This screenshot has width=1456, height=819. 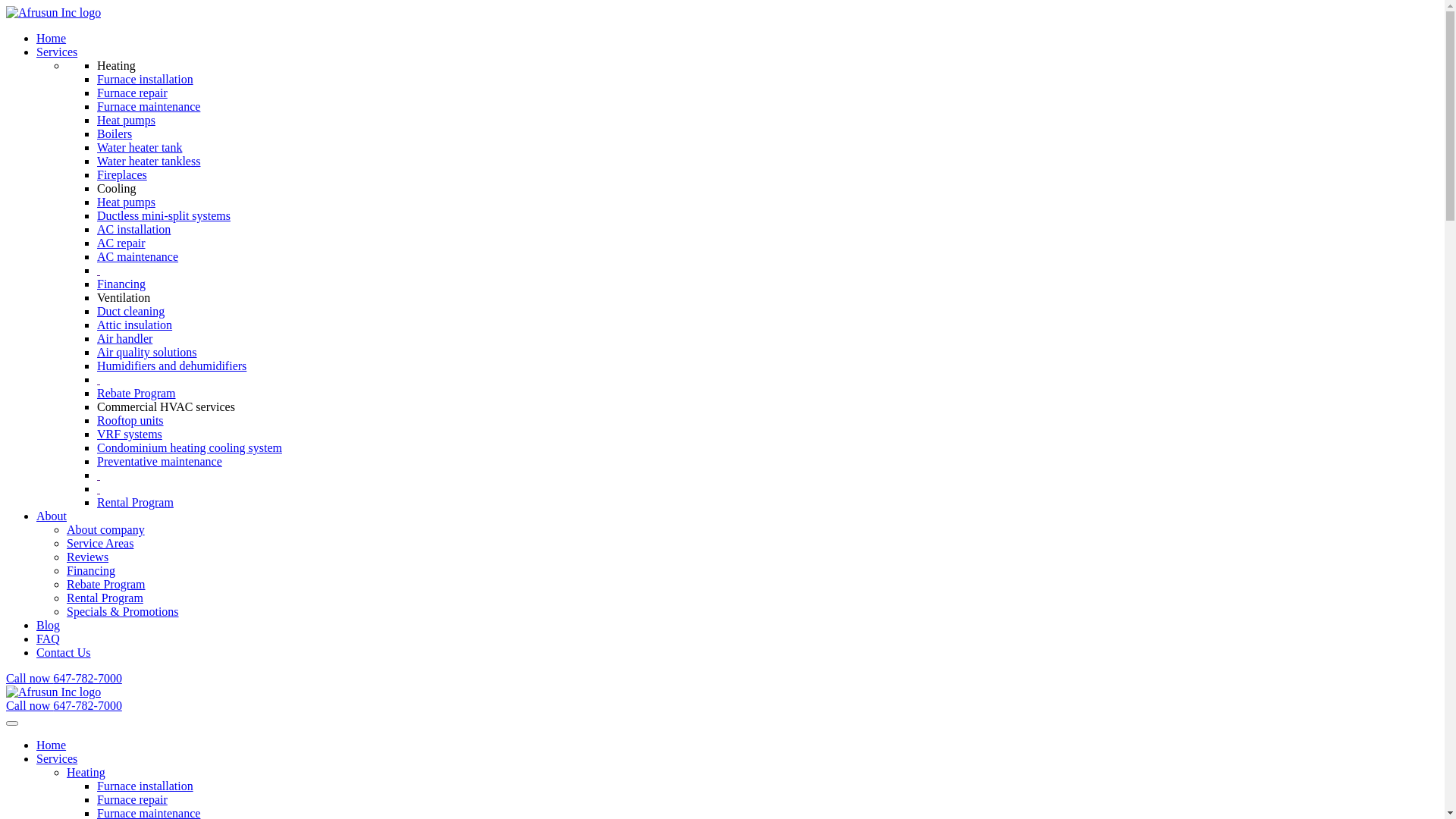 What do you see at coordinates (36, 639) in the screenshot?
I see `'FAQ'` at bounding box center [36, 639].